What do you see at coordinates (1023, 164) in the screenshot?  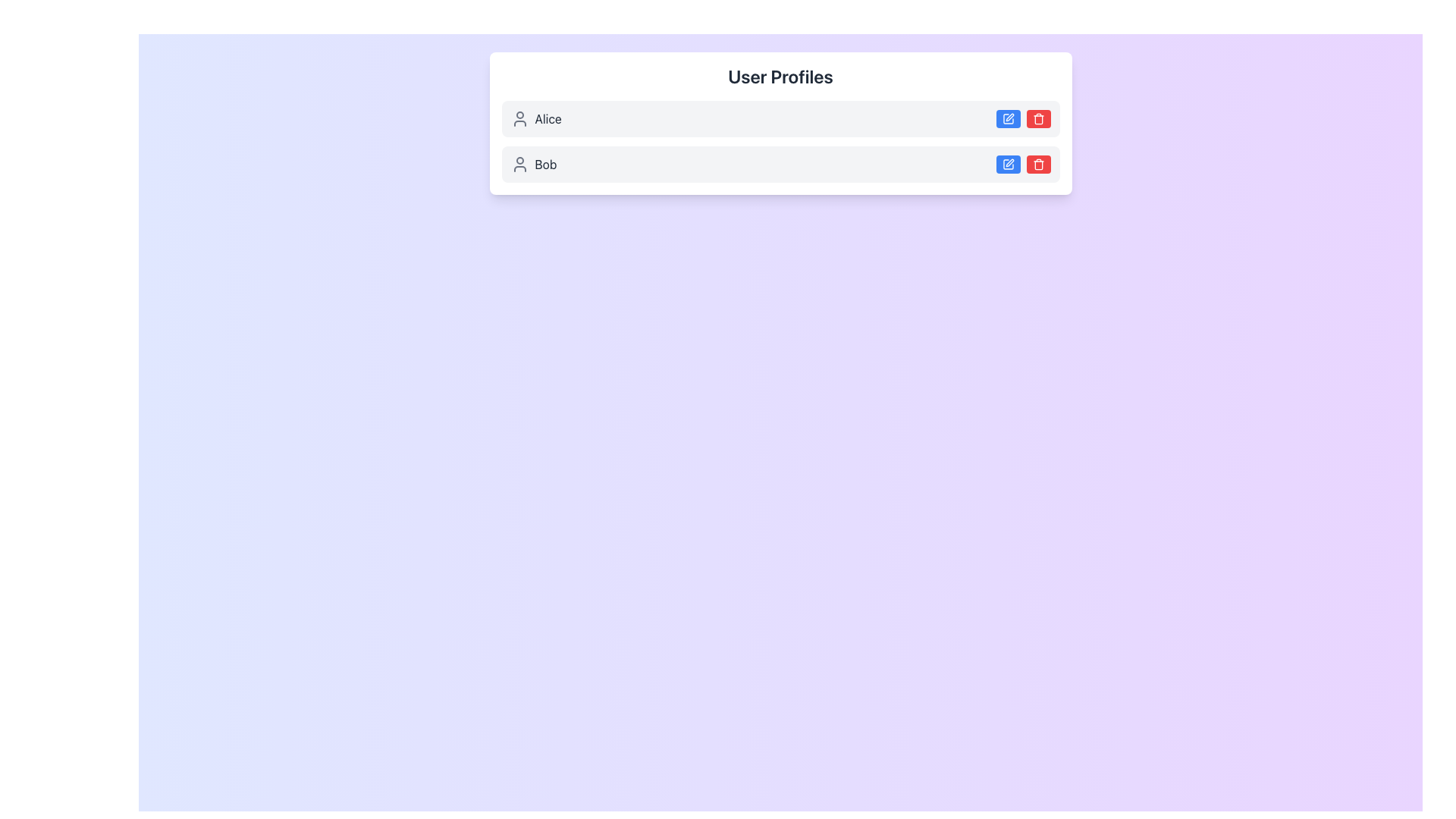 I see `the 'Delete' button in the Horizontal Button Group for user 'Bob'` at bounding box center [1023, 164].